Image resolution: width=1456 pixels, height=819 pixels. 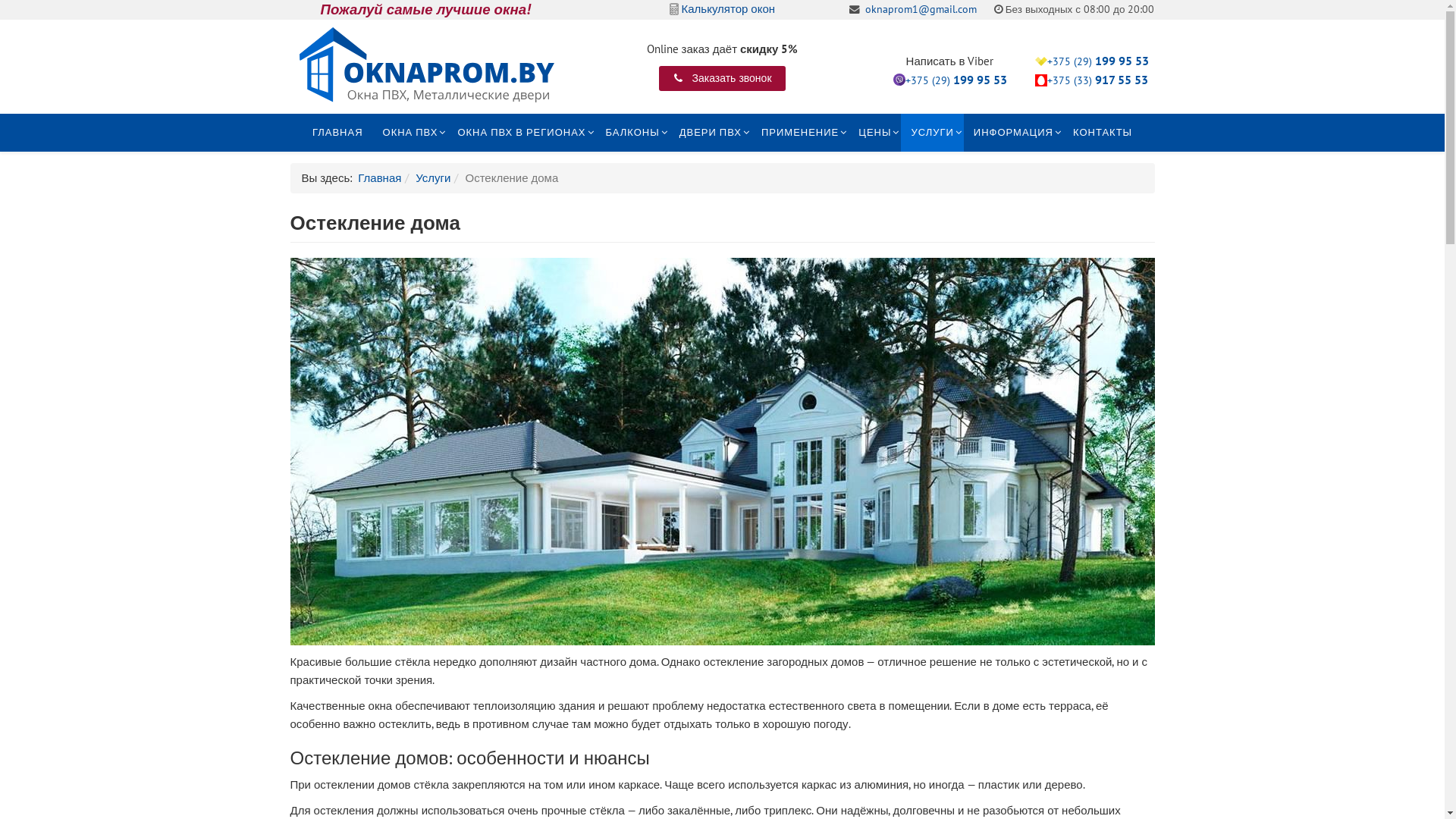 What do you see at coordinates (1097, 80) in the screenshot?
I see `'+375 (33) 917 55 53'` at bounding box center [1097, 80].